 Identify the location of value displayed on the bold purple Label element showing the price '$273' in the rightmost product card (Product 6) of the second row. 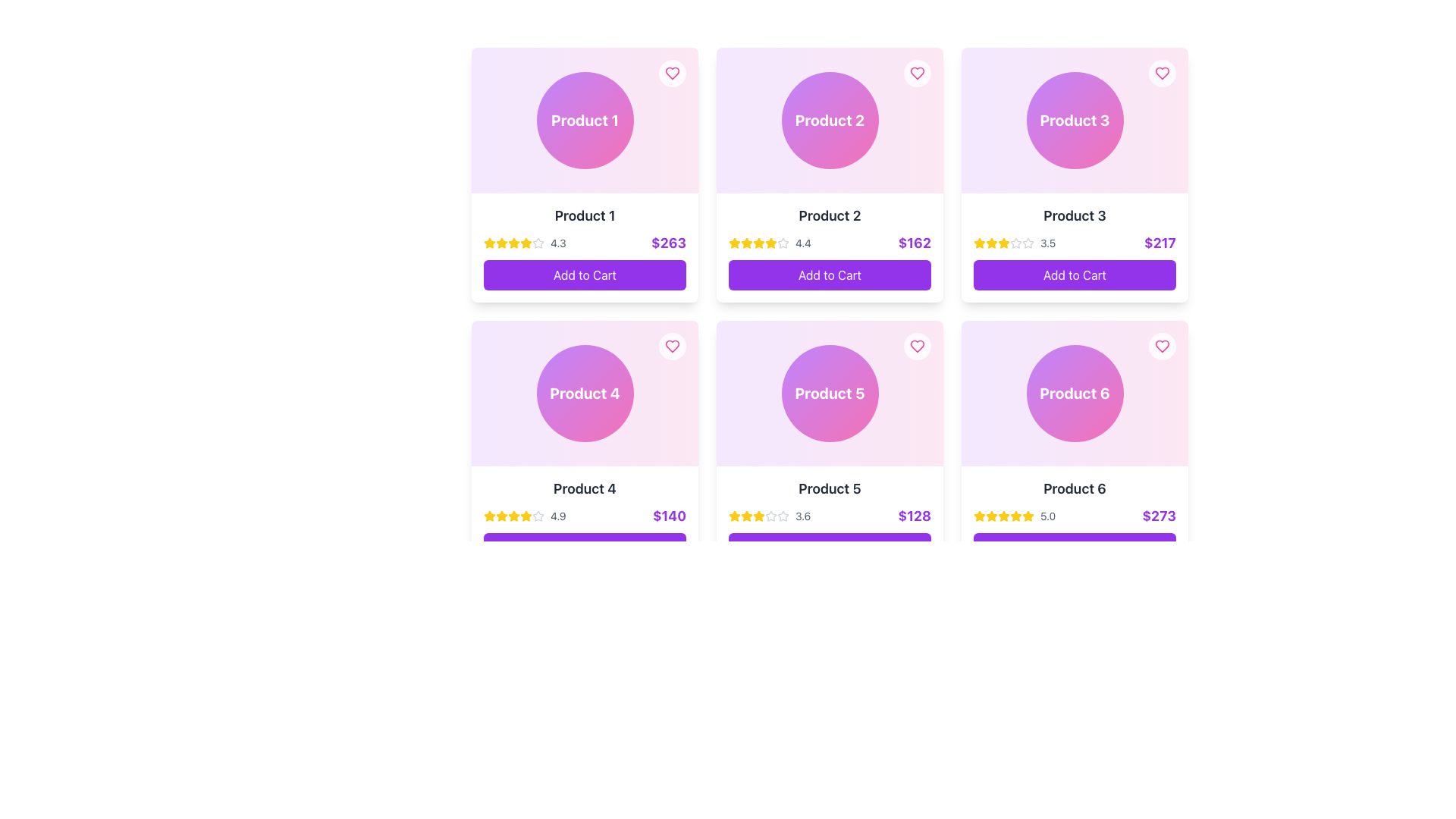
(1158, 516).